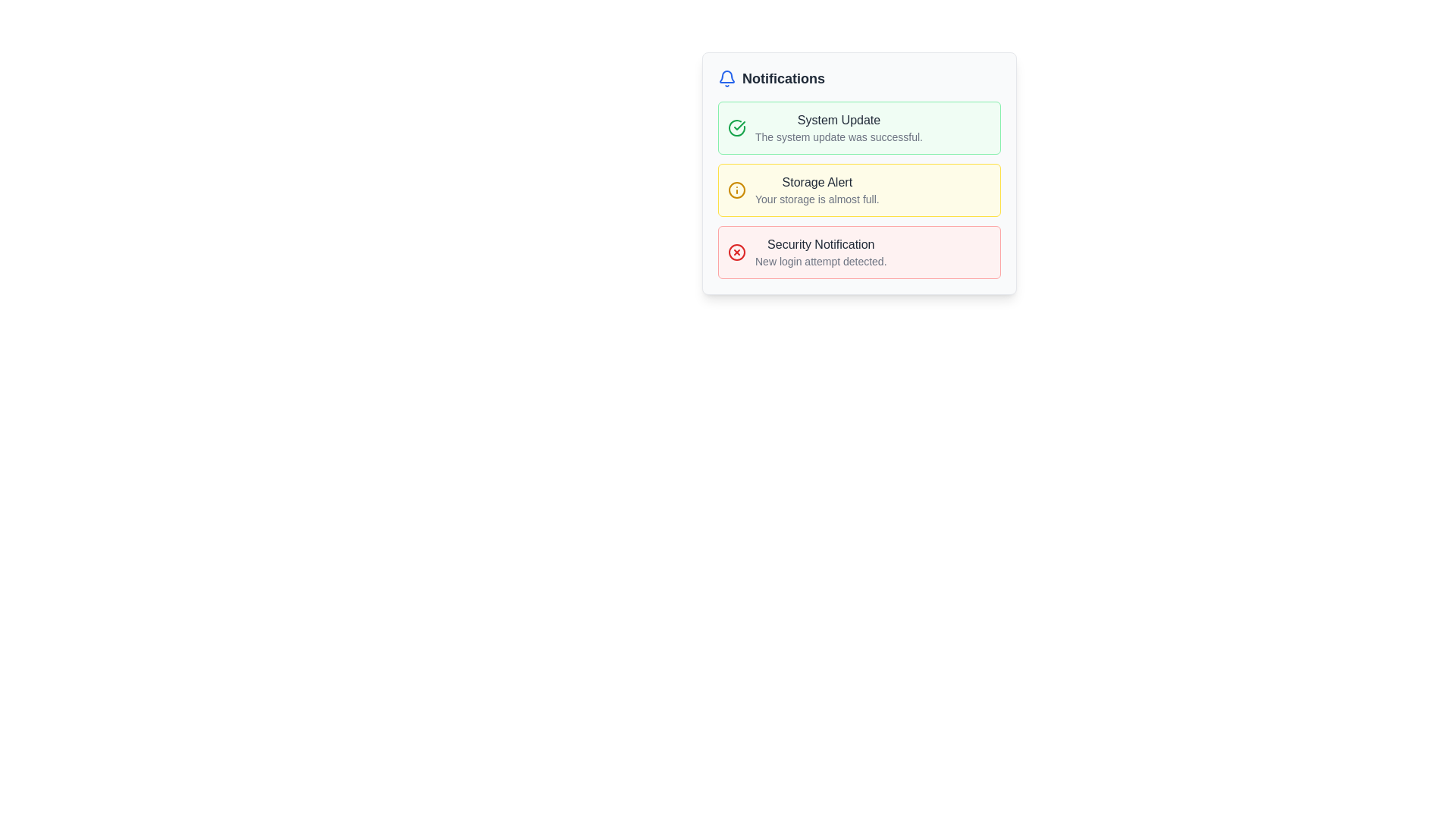 This screenshot has width=1456, height=819. Describe the element at coordinates (859, 172) in the screenshot. I see `the Notification item that informs the user about a pending storage-related issue, which is the second item in the group of notifications` at that location.